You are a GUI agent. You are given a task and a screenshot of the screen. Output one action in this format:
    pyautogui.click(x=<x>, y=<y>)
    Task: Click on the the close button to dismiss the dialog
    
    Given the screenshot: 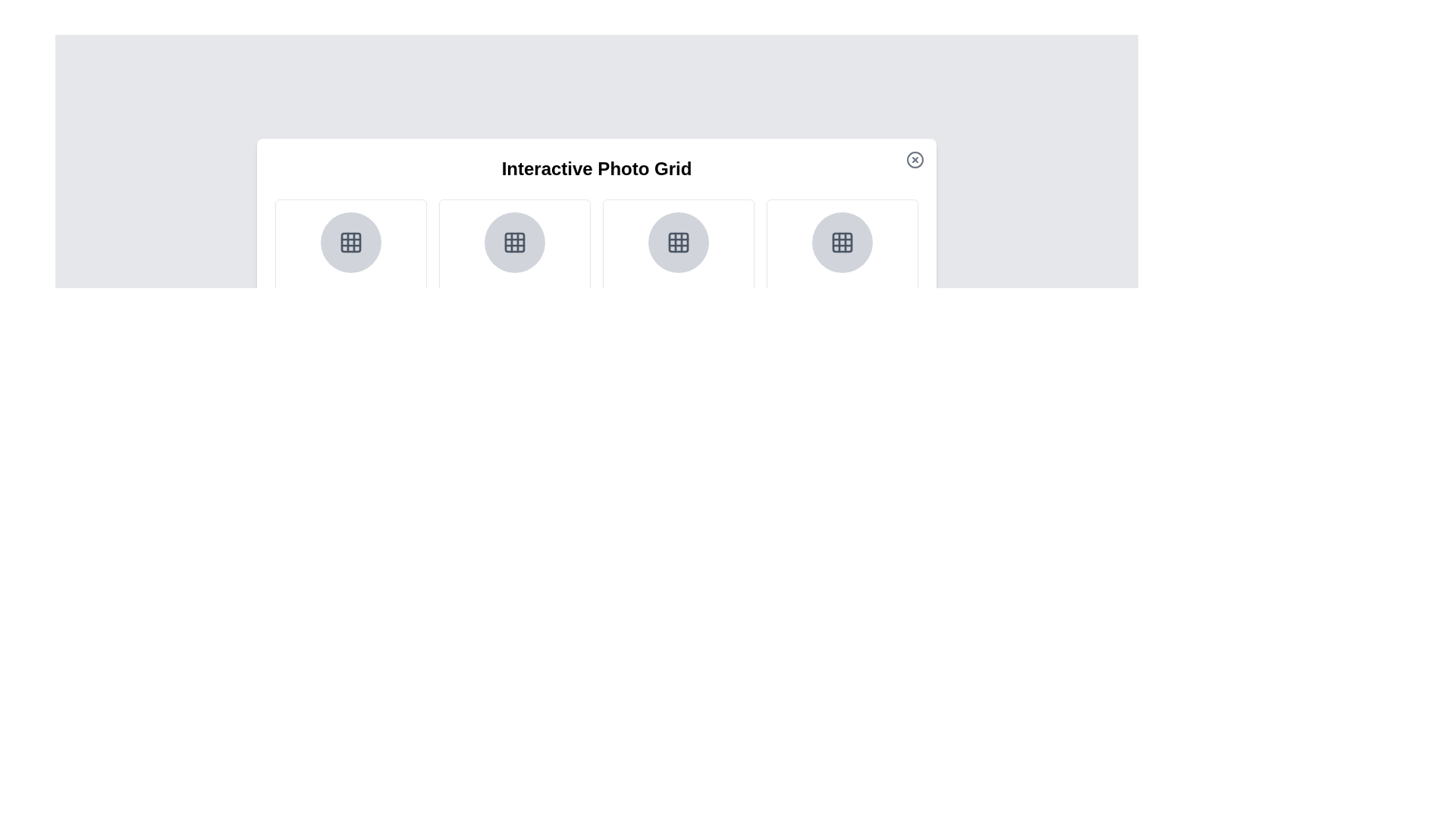 What is the action you would take?
    pyautogui.click(x=914, y=160)
    